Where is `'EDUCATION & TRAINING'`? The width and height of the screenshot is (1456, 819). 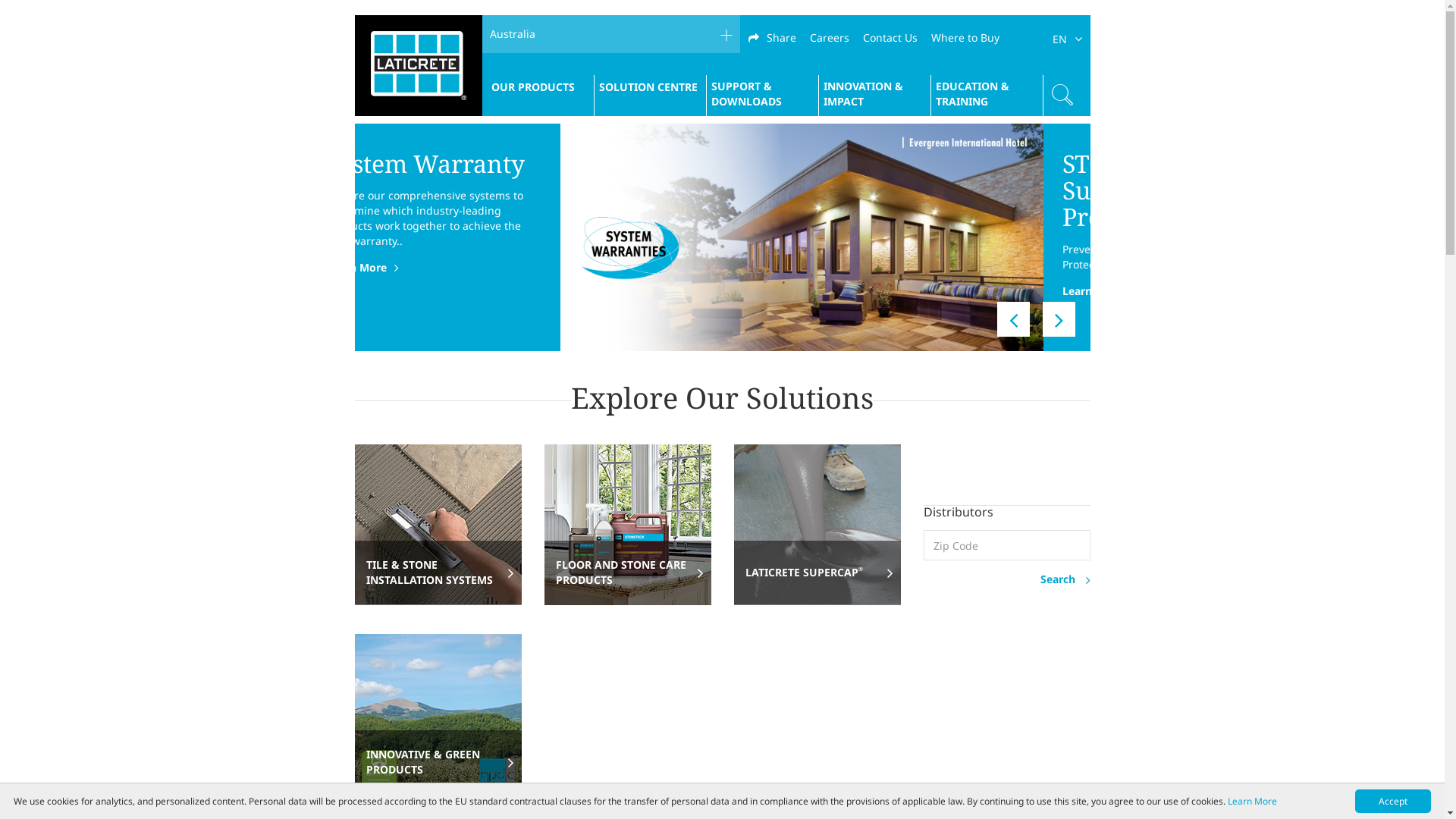 'EDUCATION & TRAINING' is located at coordinates (987, 93).